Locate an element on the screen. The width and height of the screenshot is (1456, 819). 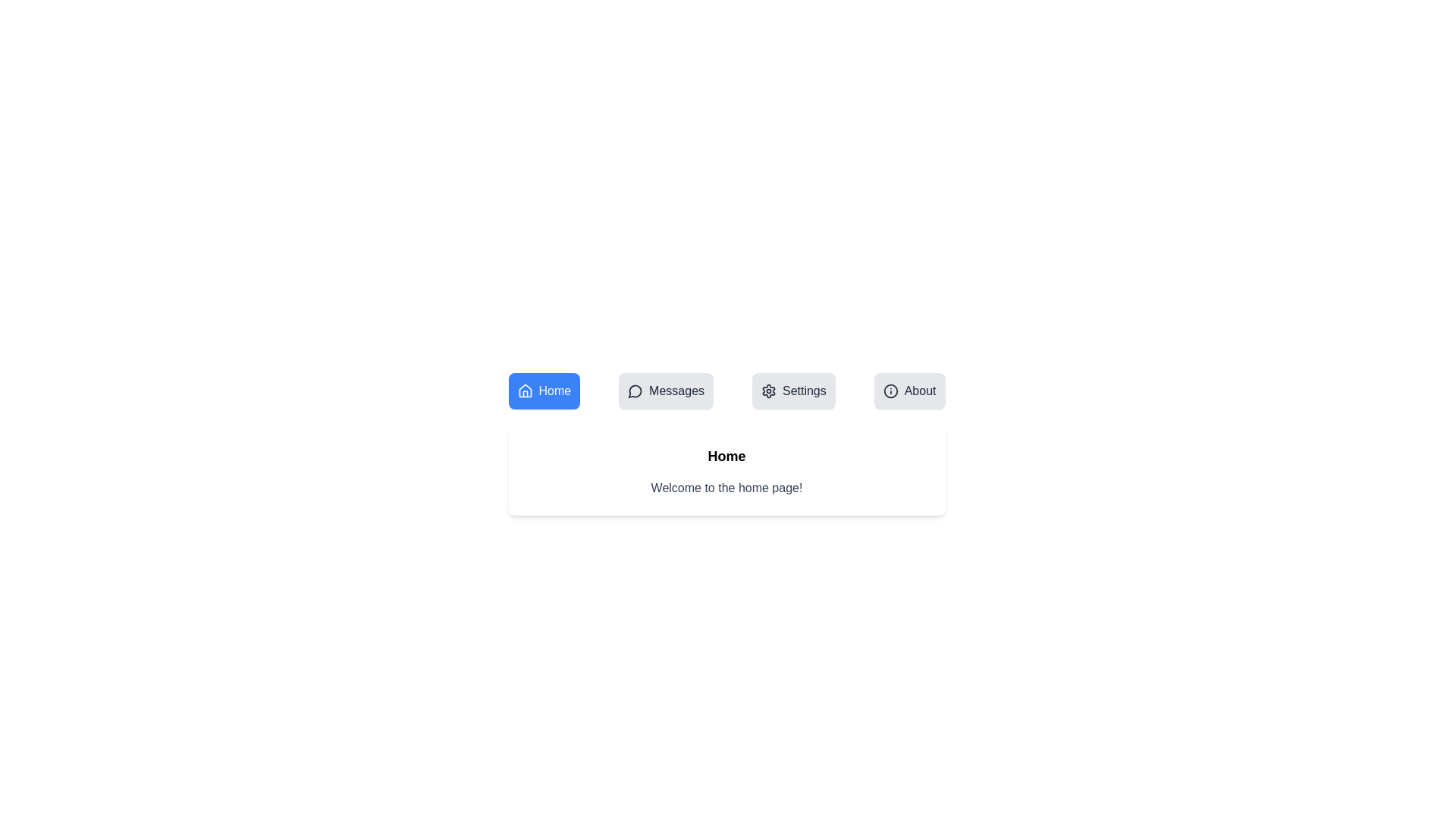
the Messages tab is located at coordinates (666, 391).